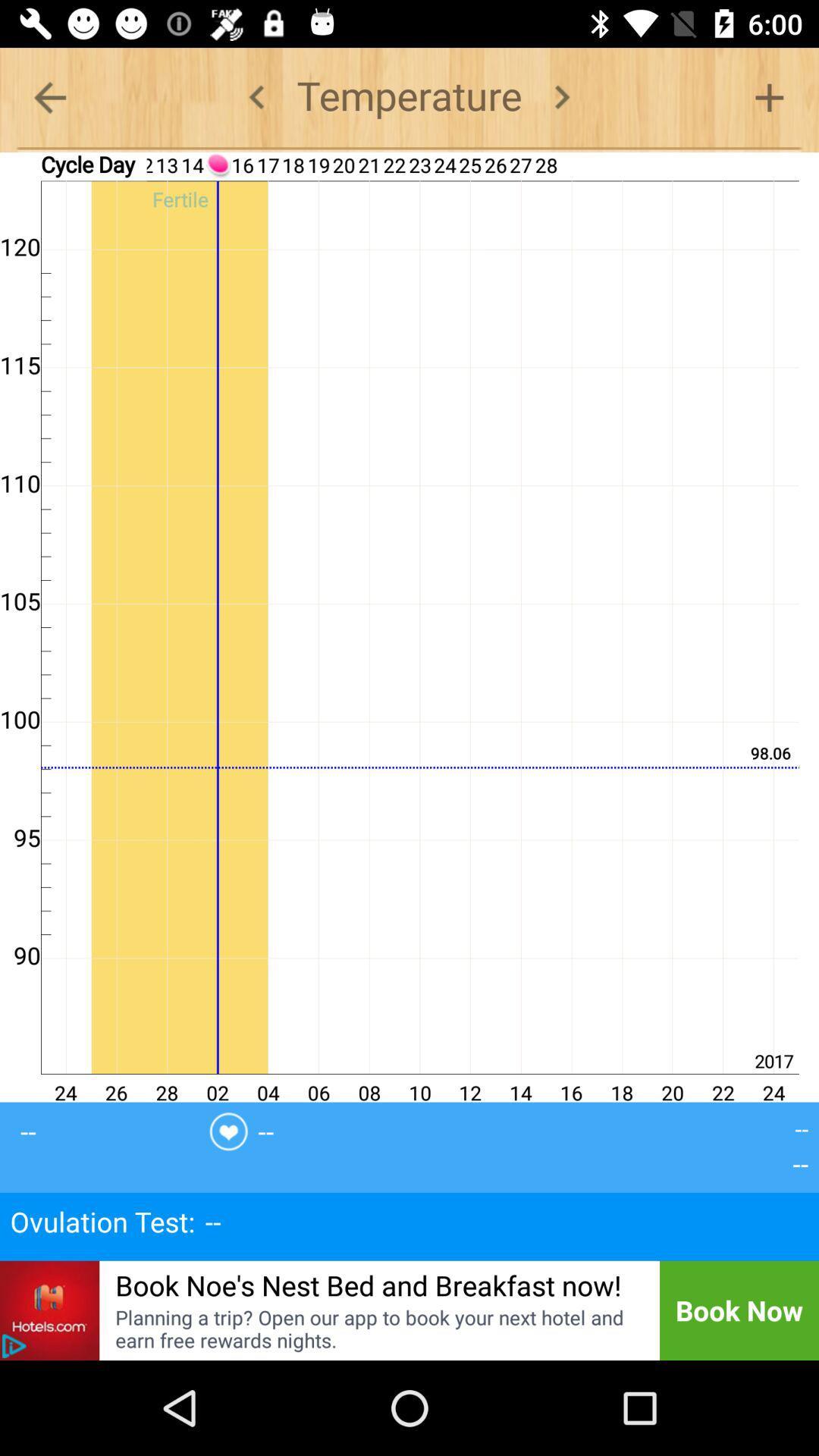 The image size is (819, 1456). What do you see at coordinates (369, 1284) in the screenshot?
I see `the icon below ovulation test icon` at bounding box center [369, 1284].